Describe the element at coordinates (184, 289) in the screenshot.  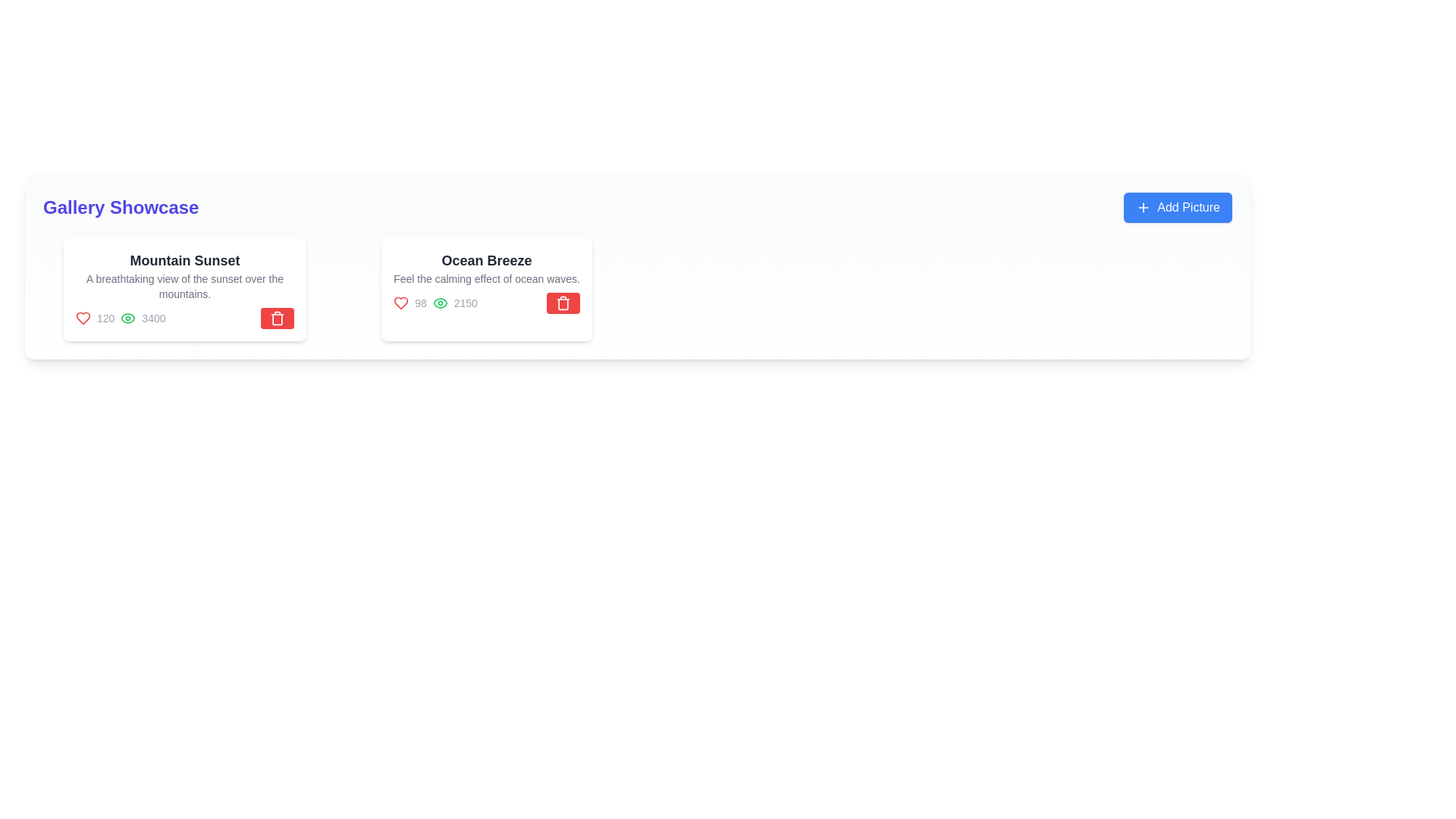
I see `the first card component in the grid layout that represents an item, providing details such as title and description` at that location.